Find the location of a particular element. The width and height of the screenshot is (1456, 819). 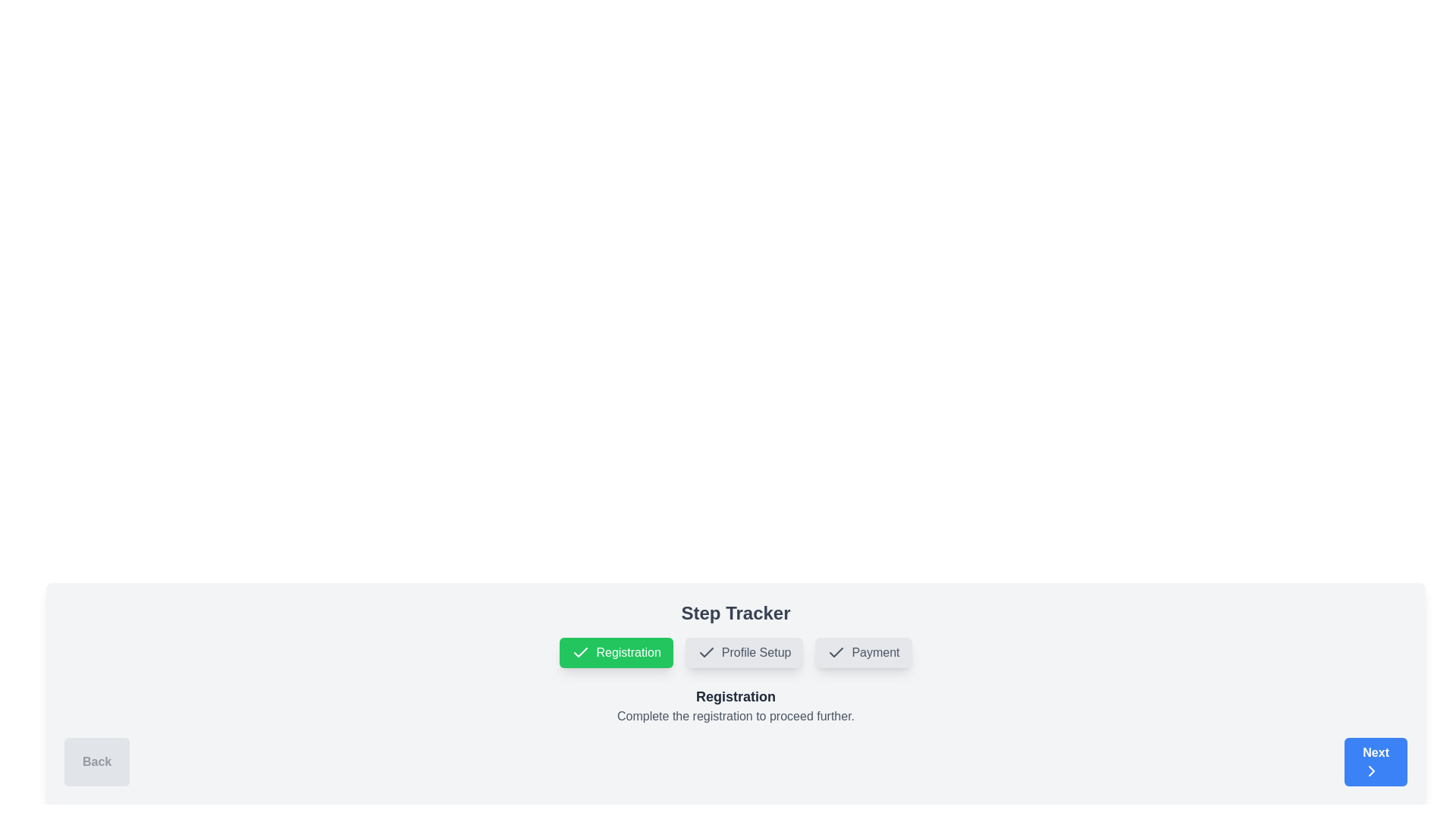

the checkmark icon indicating the completion of the 'Registration' step in the 'Step Tracker' component is located at coordinates (836, 651).